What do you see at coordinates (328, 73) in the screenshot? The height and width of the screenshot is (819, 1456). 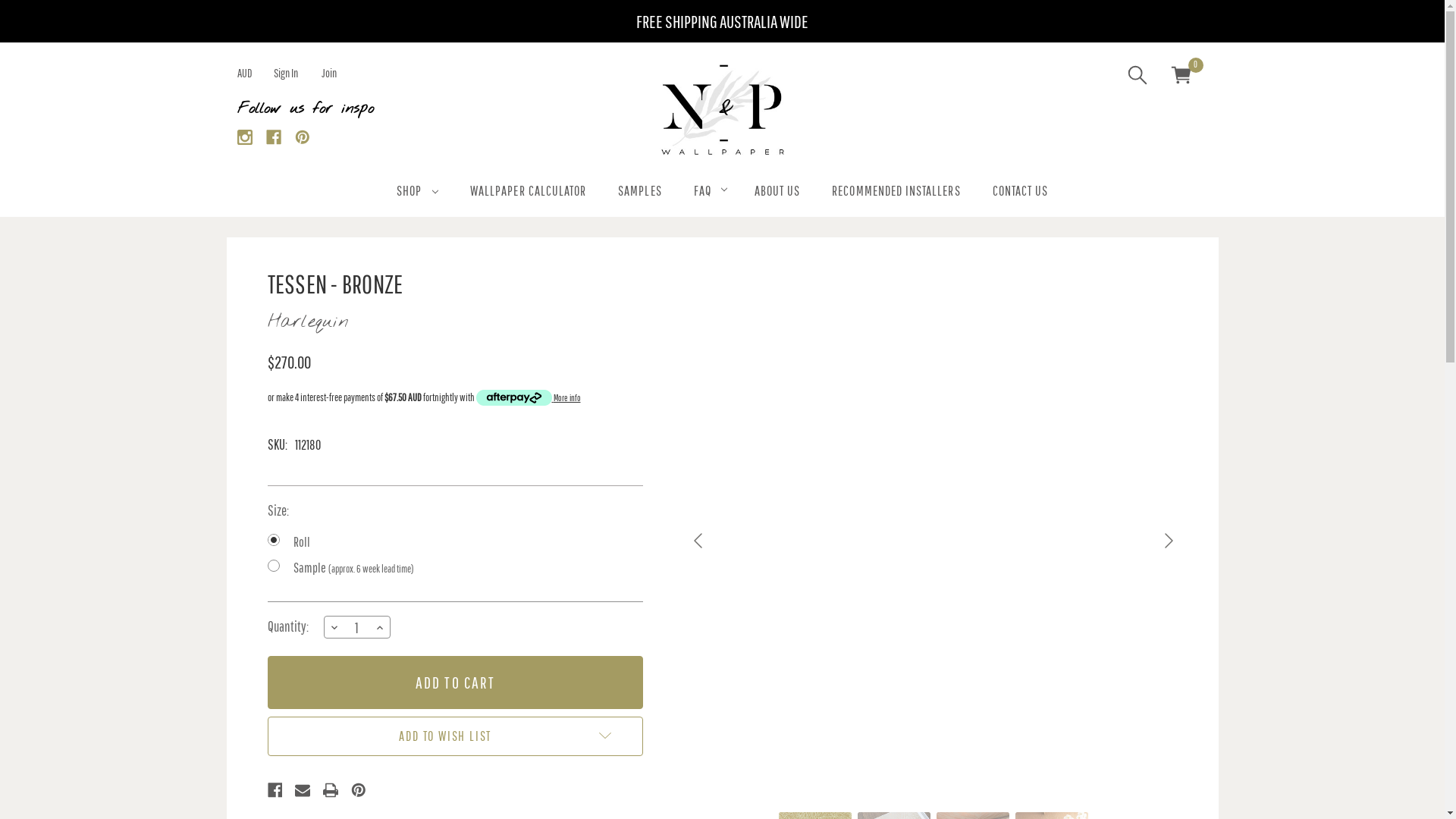 I see `'Join'` at bounding box center [328, 73].